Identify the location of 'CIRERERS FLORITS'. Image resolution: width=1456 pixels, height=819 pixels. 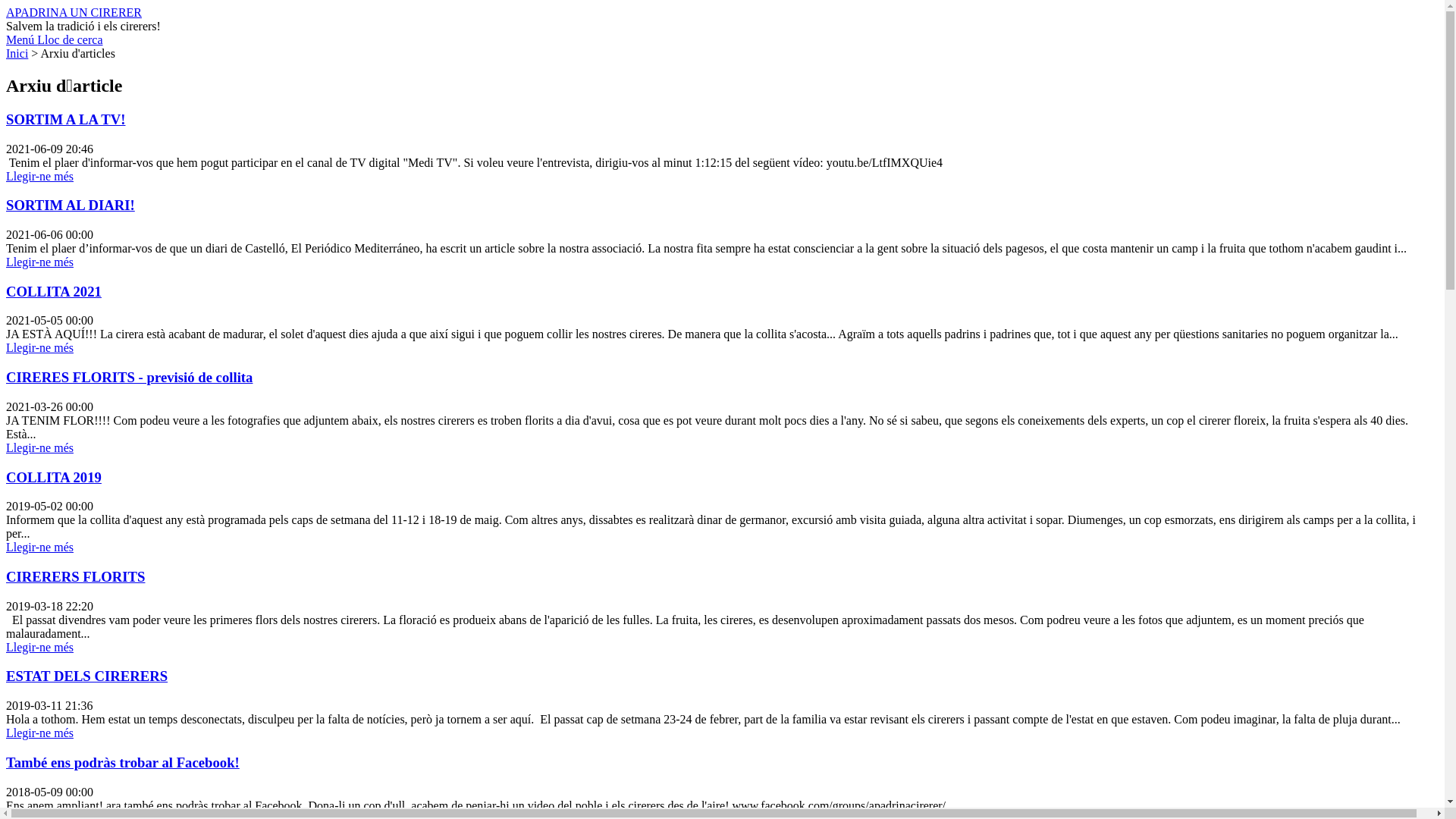
(74, 576).